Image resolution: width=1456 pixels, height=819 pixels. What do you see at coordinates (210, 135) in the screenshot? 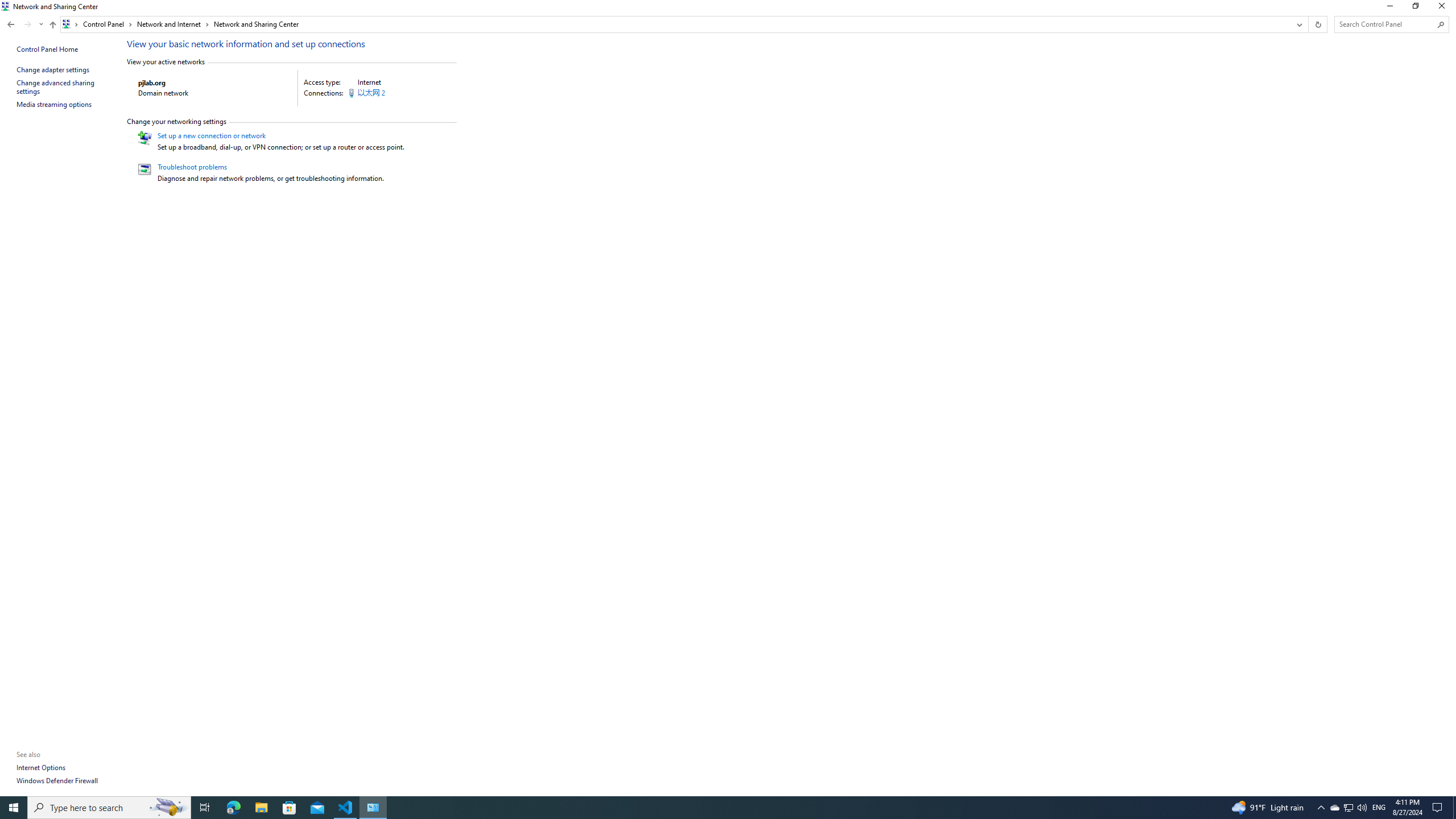
I see `'Set up a new connection or network'` at bounding box center [210, 135].